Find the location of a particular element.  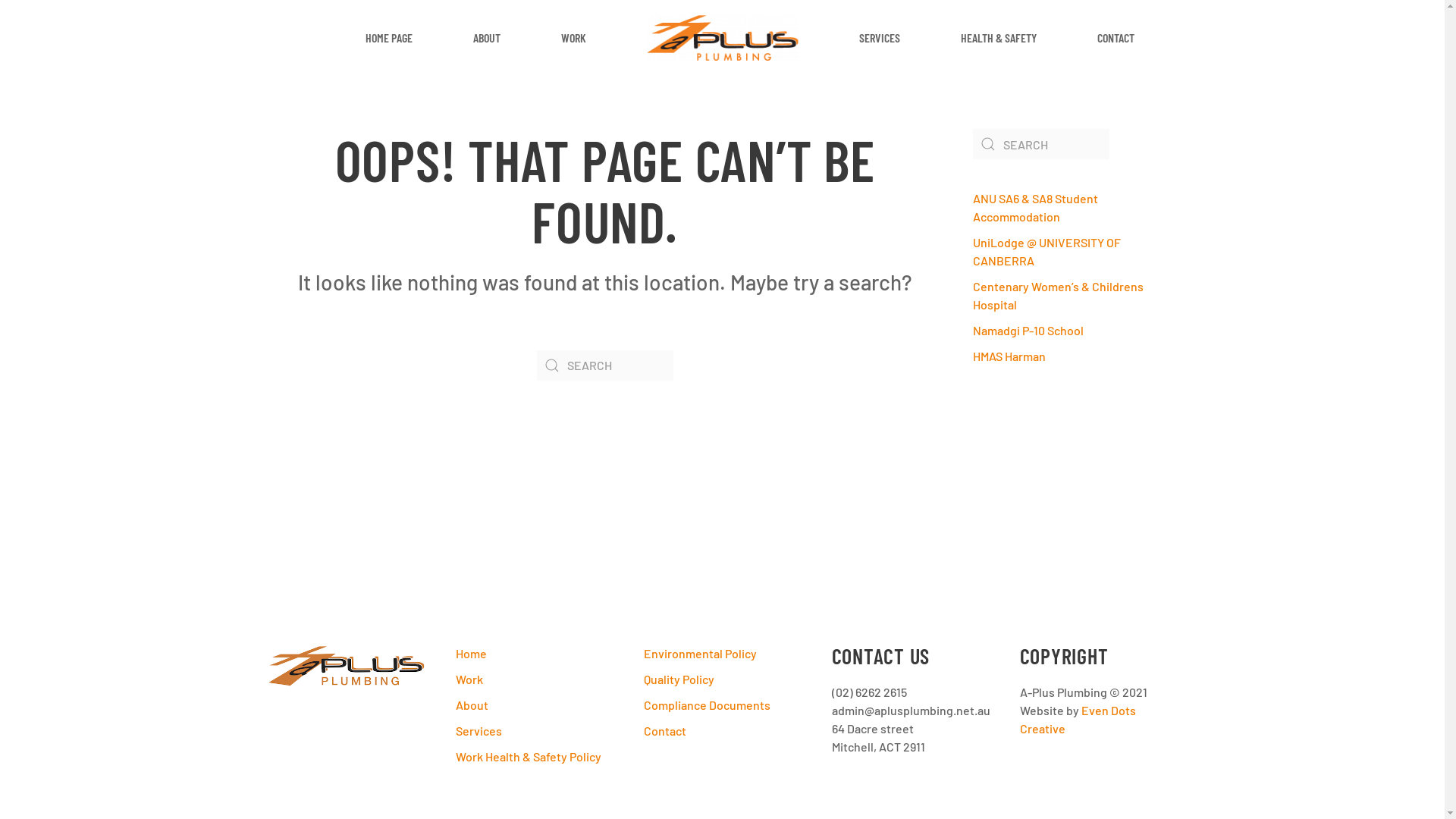

'Work' is located at coordinates (534, 678).